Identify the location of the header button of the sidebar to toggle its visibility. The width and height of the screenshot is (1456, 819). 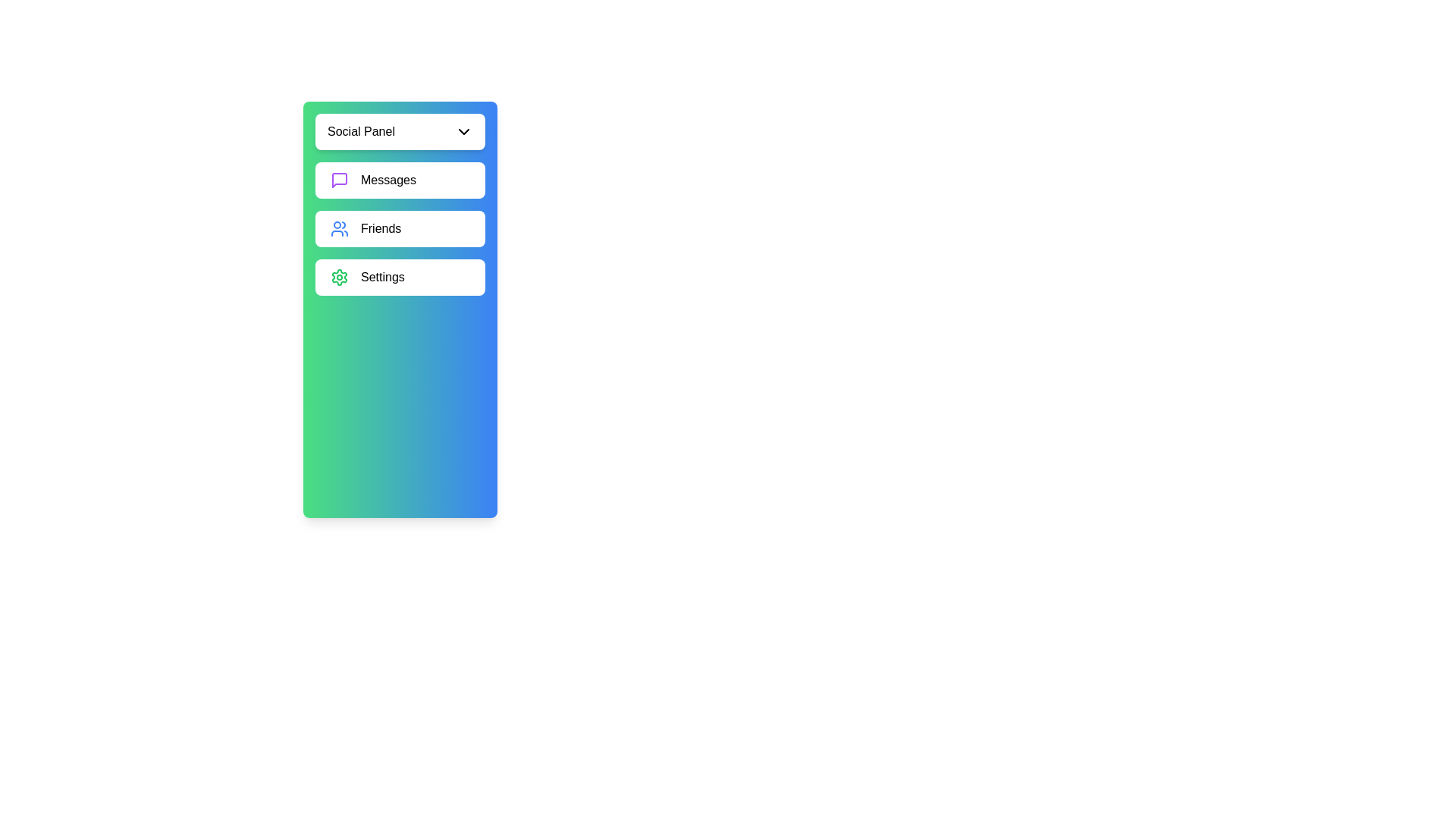
(400, 130).